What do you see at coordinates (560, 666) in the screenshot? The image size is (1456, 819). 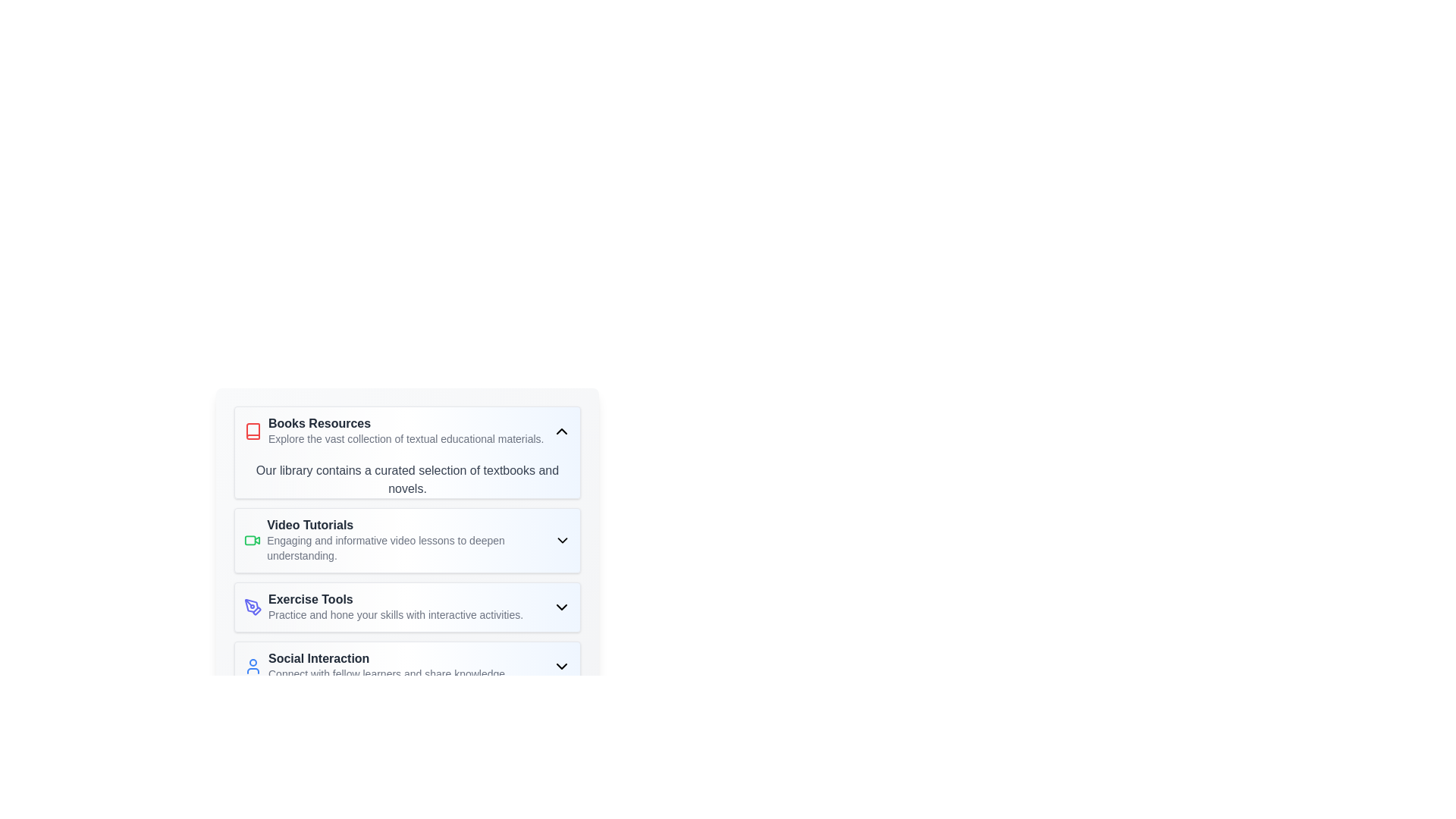 I see `the Icon Button (Chevron-Down) located at the far right edge of the 'Social Interaction' section header` at bounding box center [560, 666].